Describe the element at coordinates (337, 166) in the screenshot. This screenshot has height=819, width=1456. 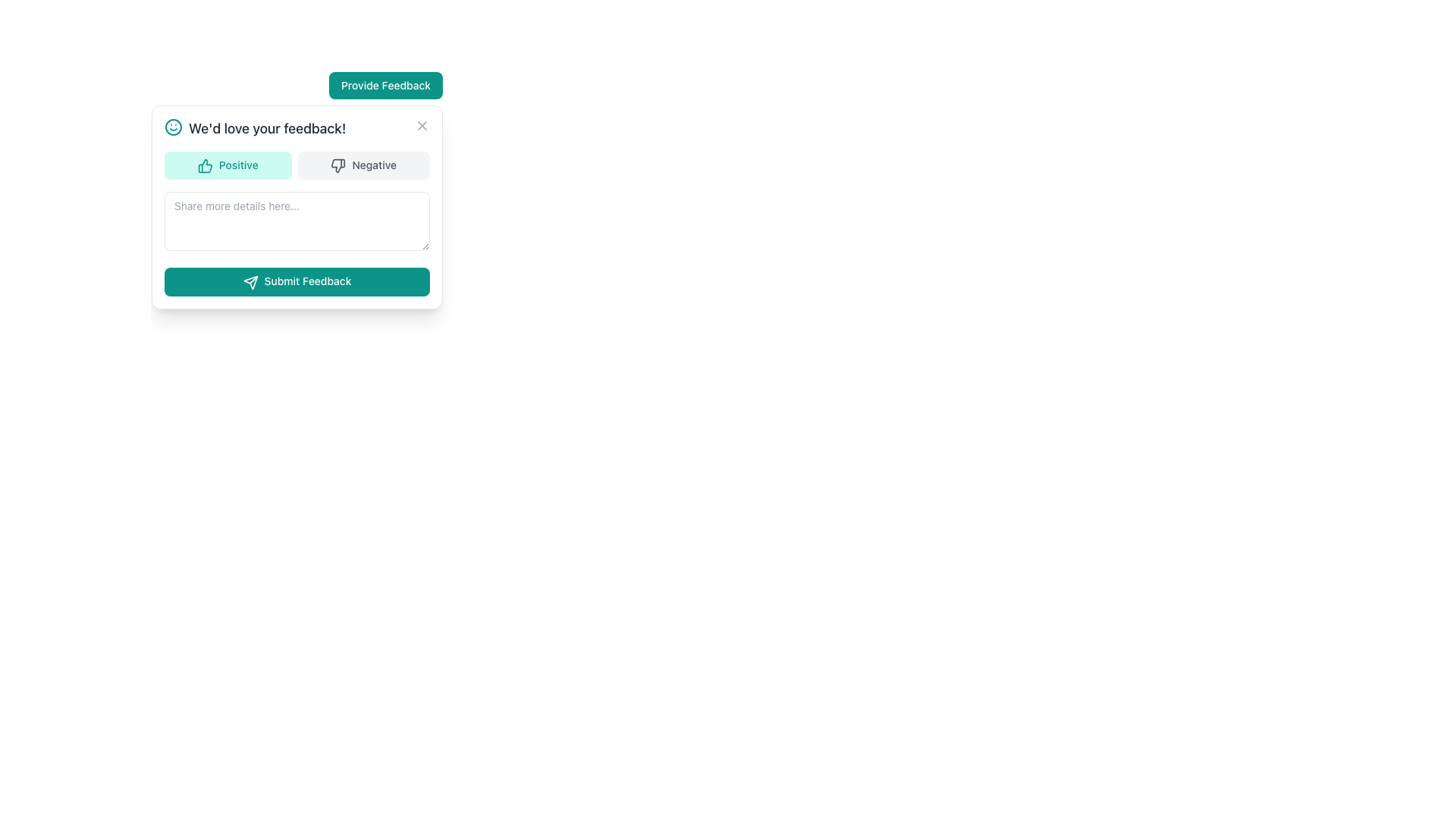
I see `the thumbs down icon located within the 'Negative' button, which serves as a visual indicator for the button's purpose` at that location.